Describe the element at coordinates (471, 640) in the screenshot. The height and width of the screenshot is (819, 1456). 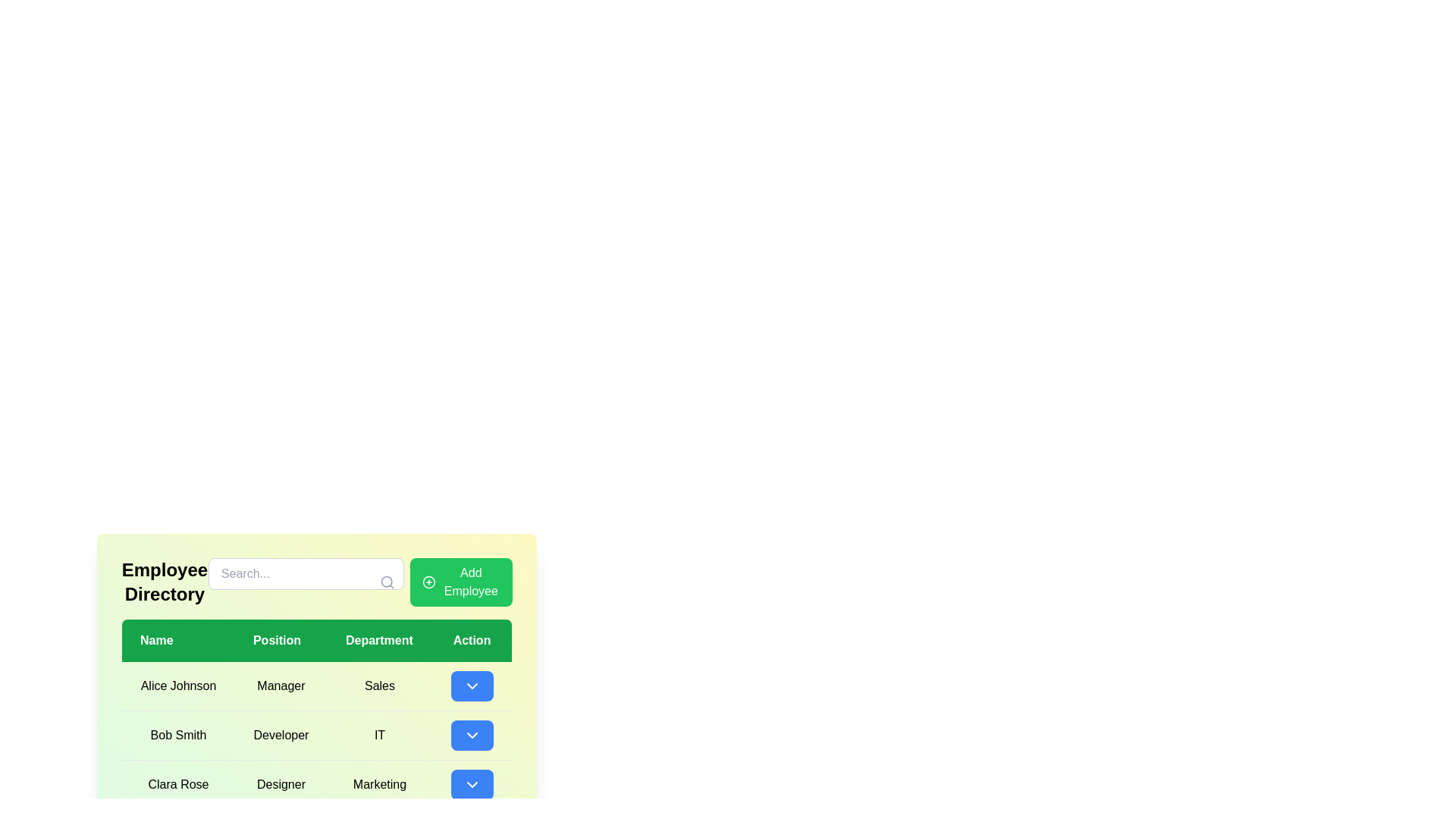
I see `text content of the Table Header Cell labeled 'Action', which is centered in white text on a green background` at that location.